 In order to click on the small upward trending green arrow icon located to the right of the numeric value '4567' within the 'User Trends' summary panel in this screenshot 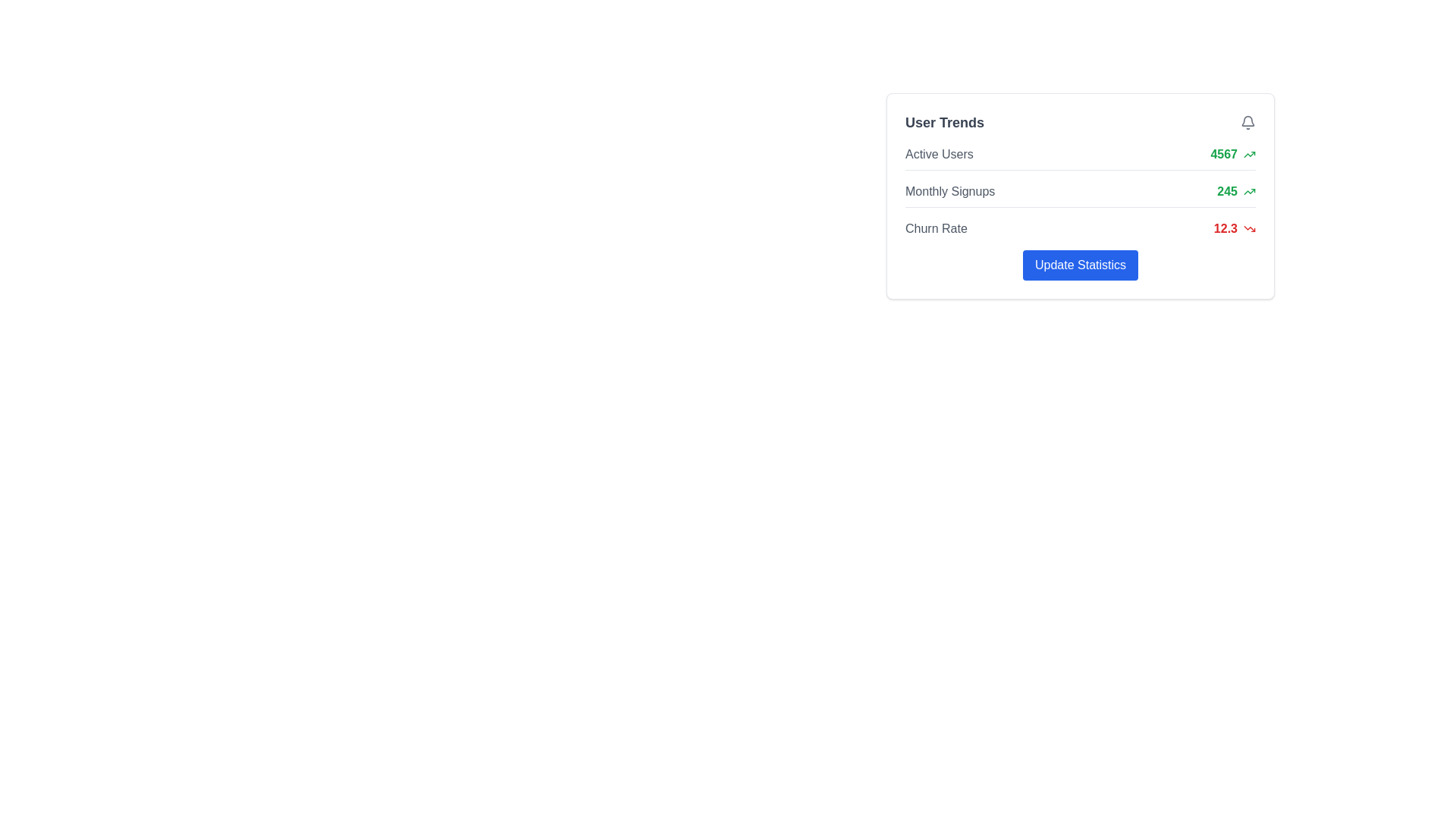, I will do `click(1249, 155)`.